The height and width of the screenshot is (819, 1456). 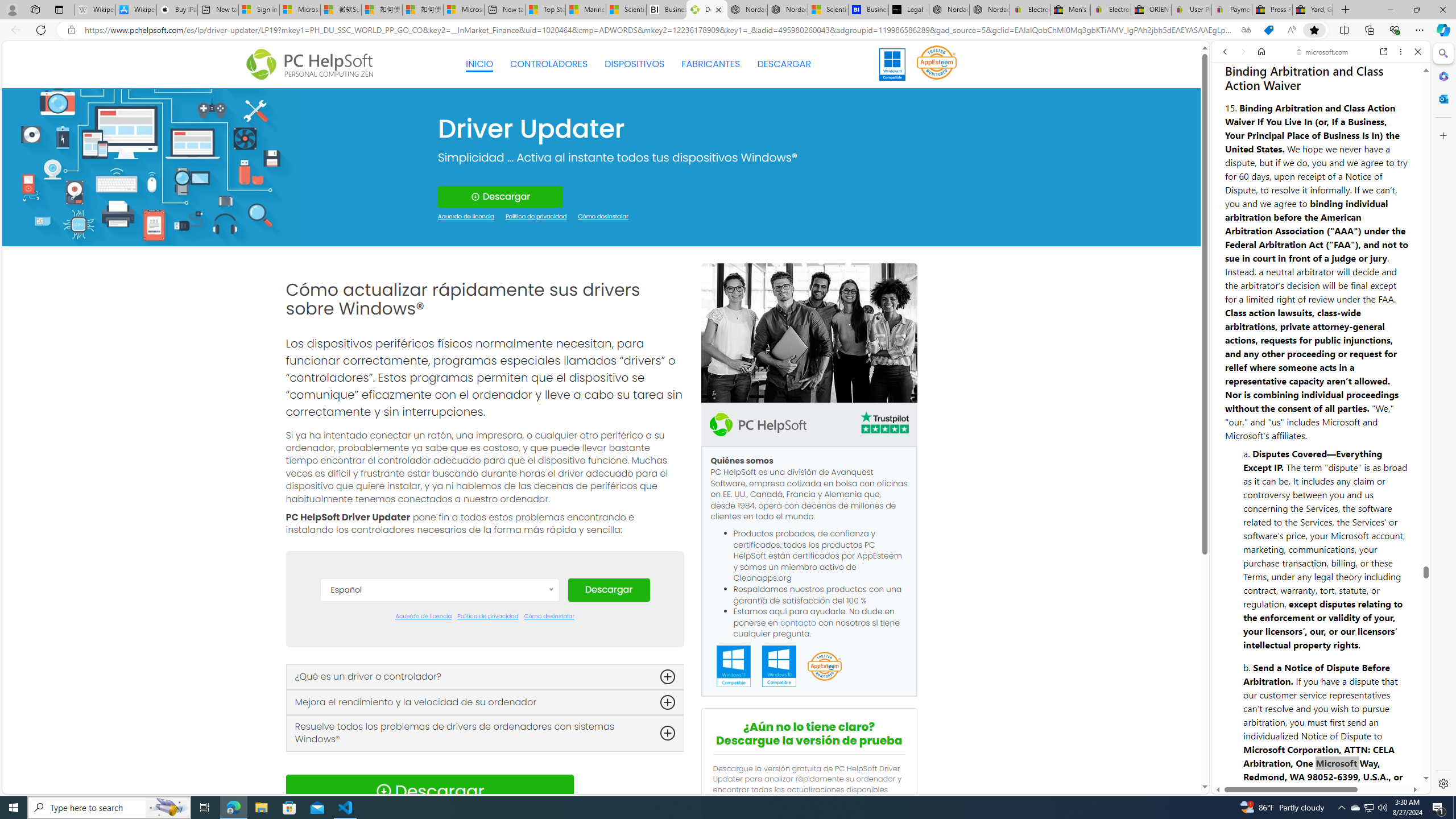 What do you see at coordinates (823, 666) in the screenshot?
I see `'App Esteem'` at bounding box center [823, 666].